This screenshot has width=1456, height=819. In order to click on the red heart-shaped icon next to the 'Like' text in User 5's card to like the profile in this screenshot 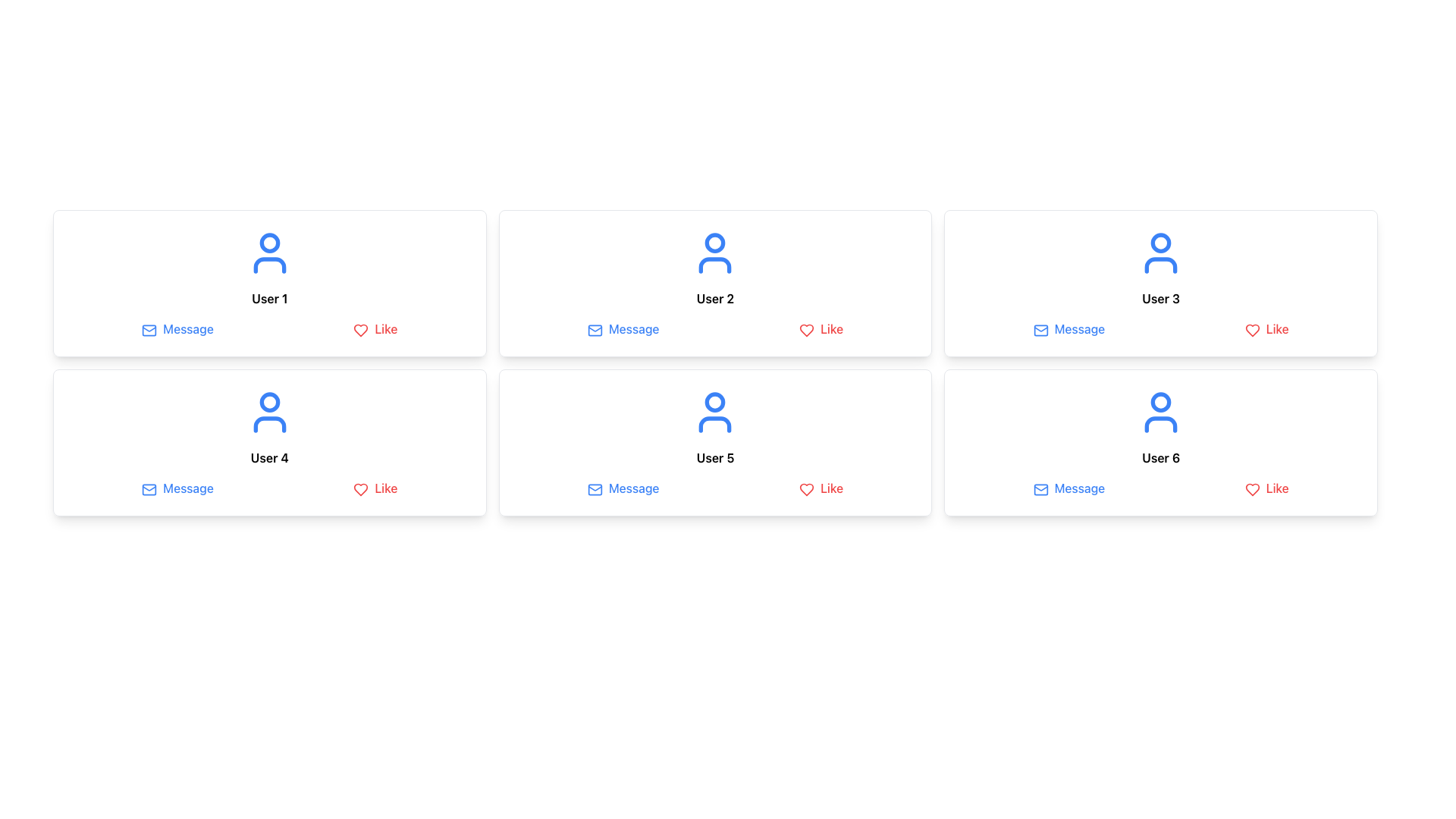, I will do `click(806, 489)`.